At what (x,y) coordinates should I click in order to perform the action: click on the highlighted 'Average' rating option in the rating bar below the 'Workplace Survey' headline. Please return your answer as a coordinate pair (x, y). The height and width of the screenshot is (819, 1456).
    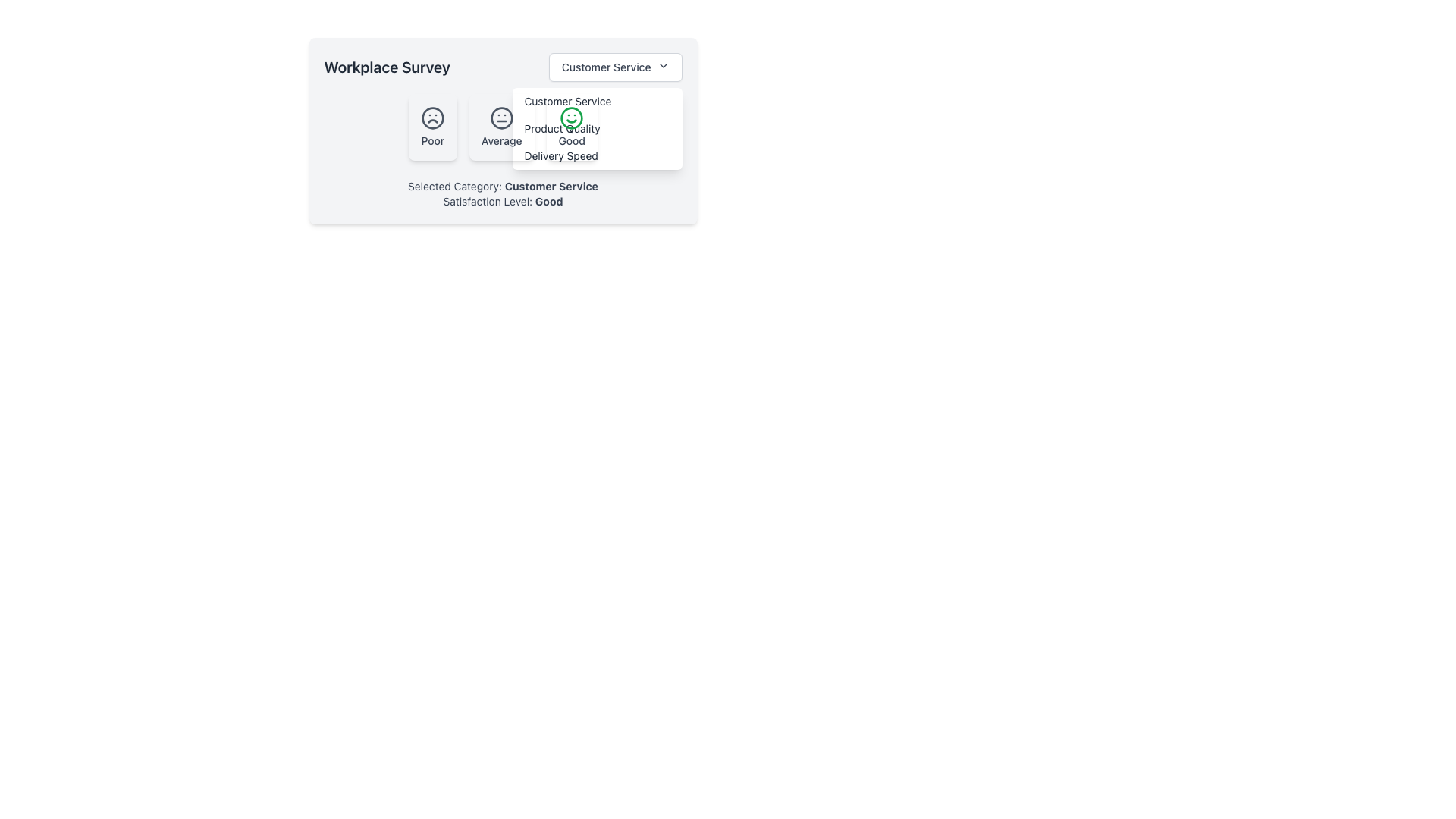
    Looking at the image, I should click on (503, 127).